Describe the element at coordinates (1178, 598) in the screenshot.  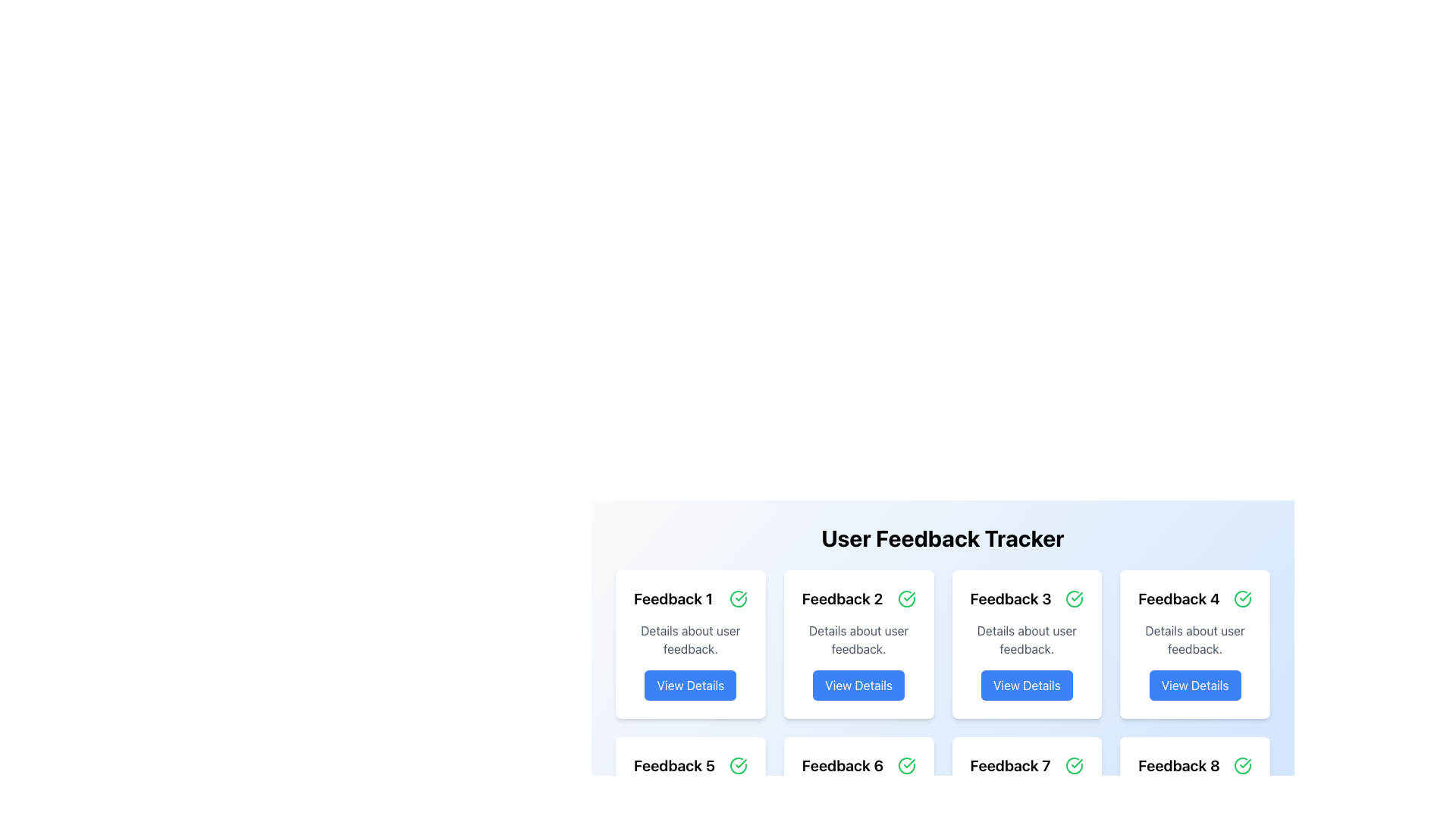
I see `the static text label displaying 'Feedback 4', which is styled with bold, large font and located in the top-right card of a 2x4 grid layout` at that location.